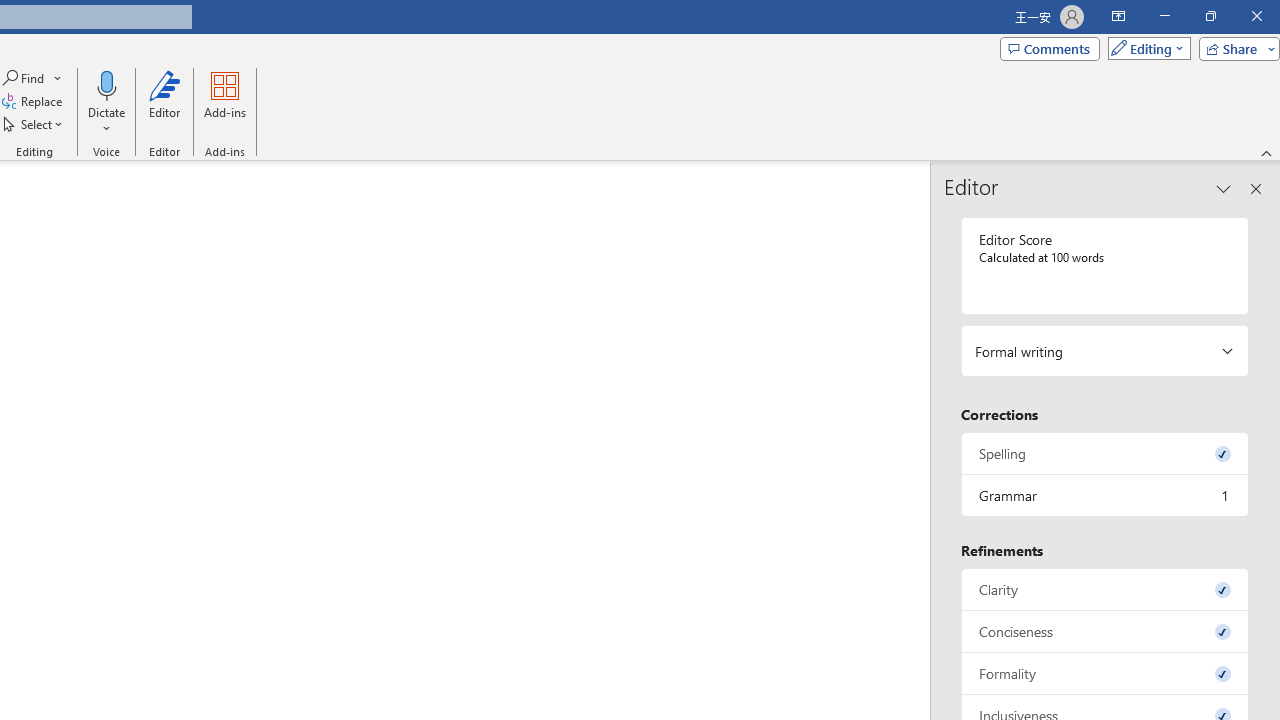  I want to click on 'Clarity, 0 issues. Press space or enter to review items.', so click(1104, 588).